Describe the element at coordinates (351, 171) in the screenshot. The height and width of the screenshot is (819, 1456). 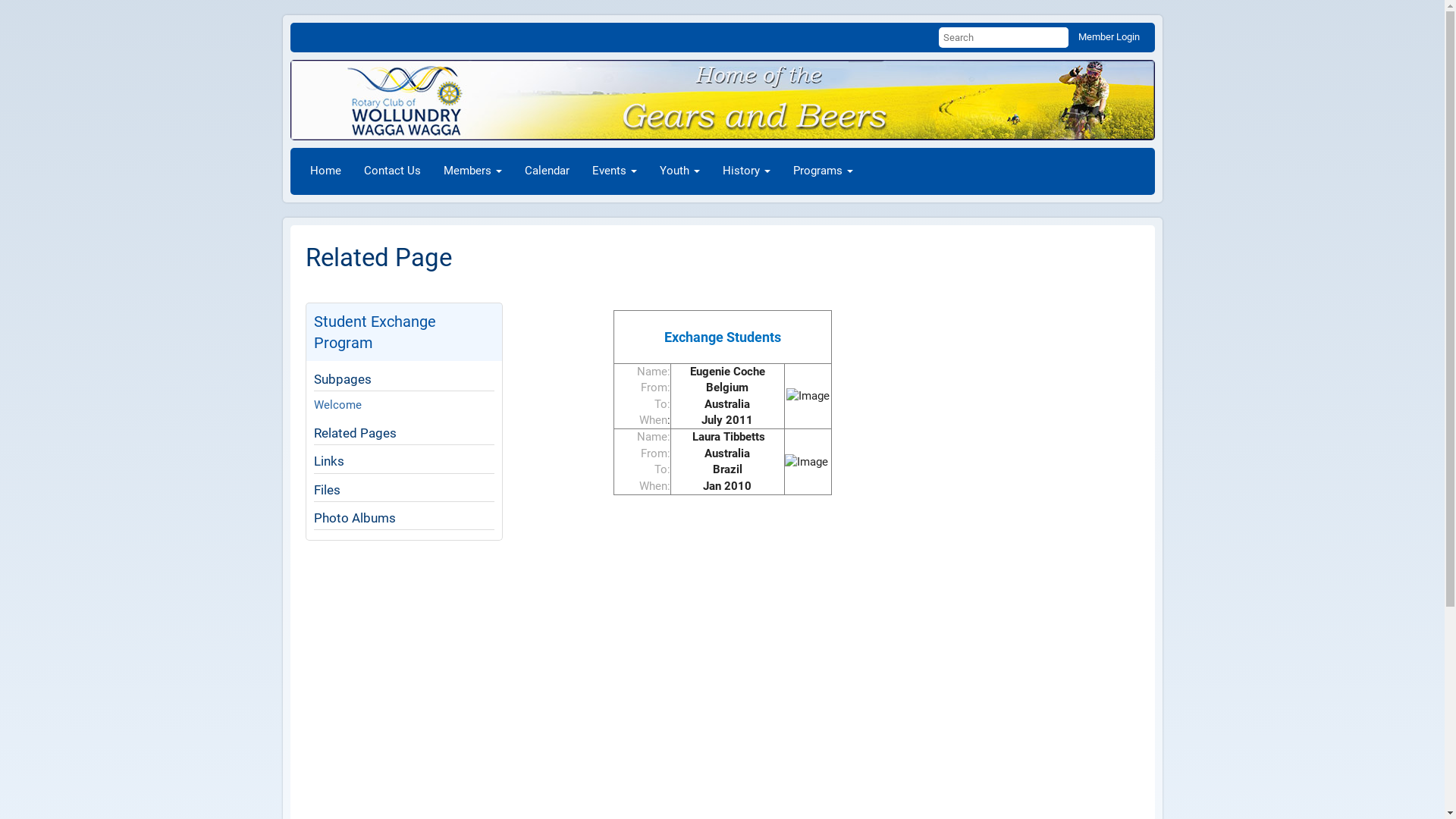
I see `'Contact Us'` at that location.